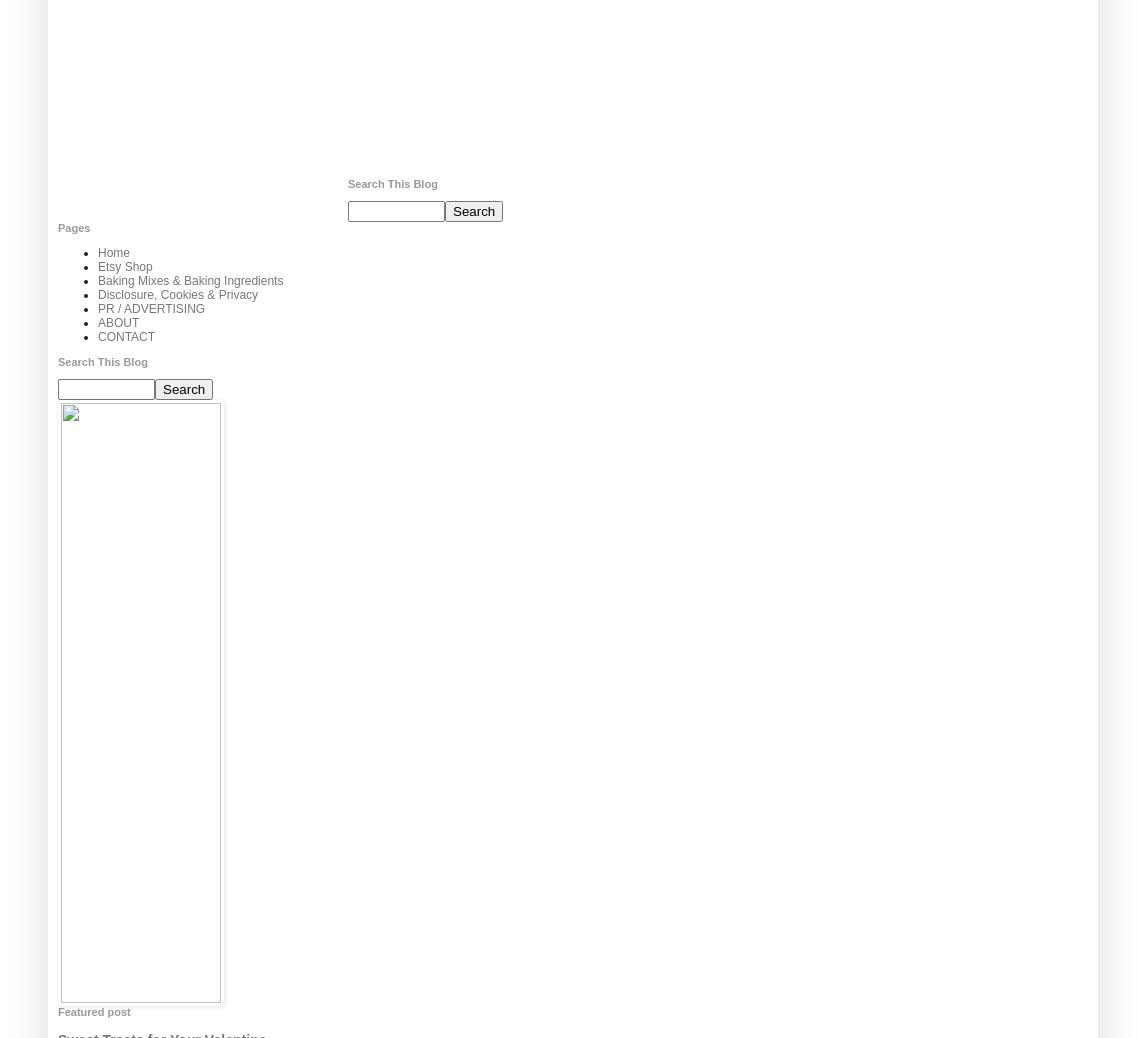 This screenshot has height=1038, width=1138. Describe the element at coordinates (118, 323) in the screenshot. I see `'ABOUT'` at that location.